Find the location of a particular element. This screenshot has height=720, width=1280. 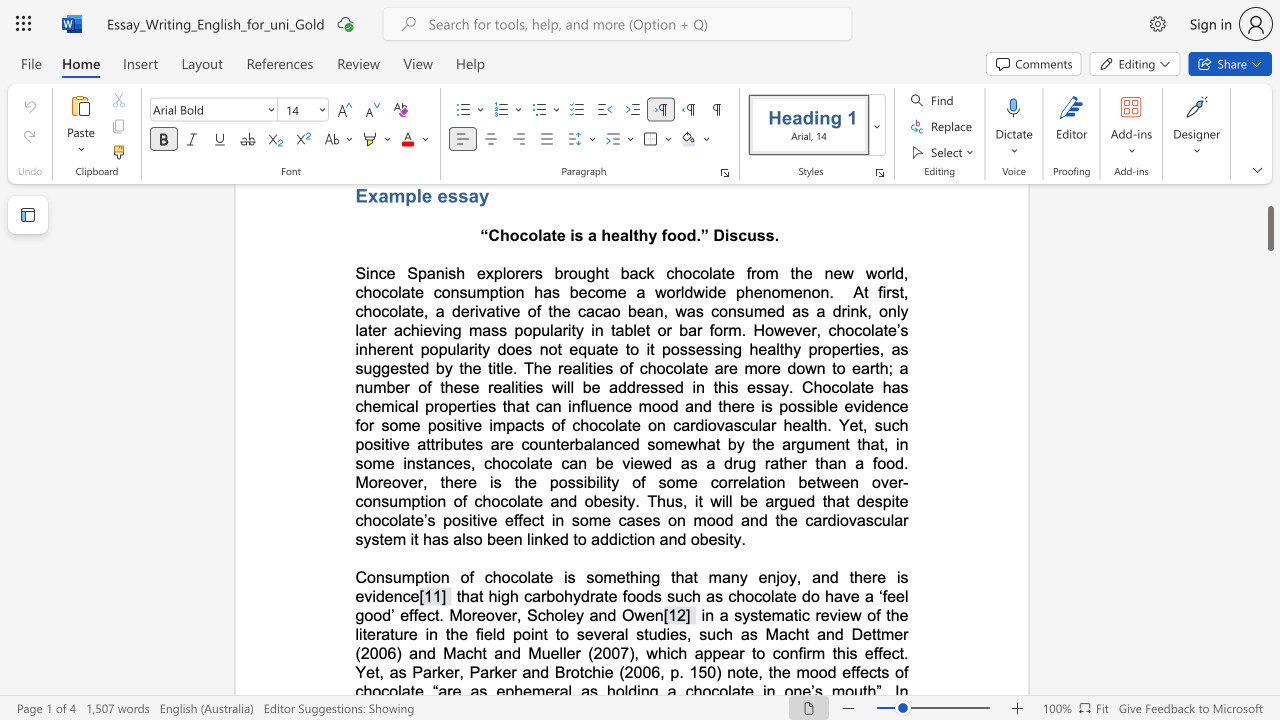

the scrollbar and move down 1480 pixels is located at coordinates (1269, 227).